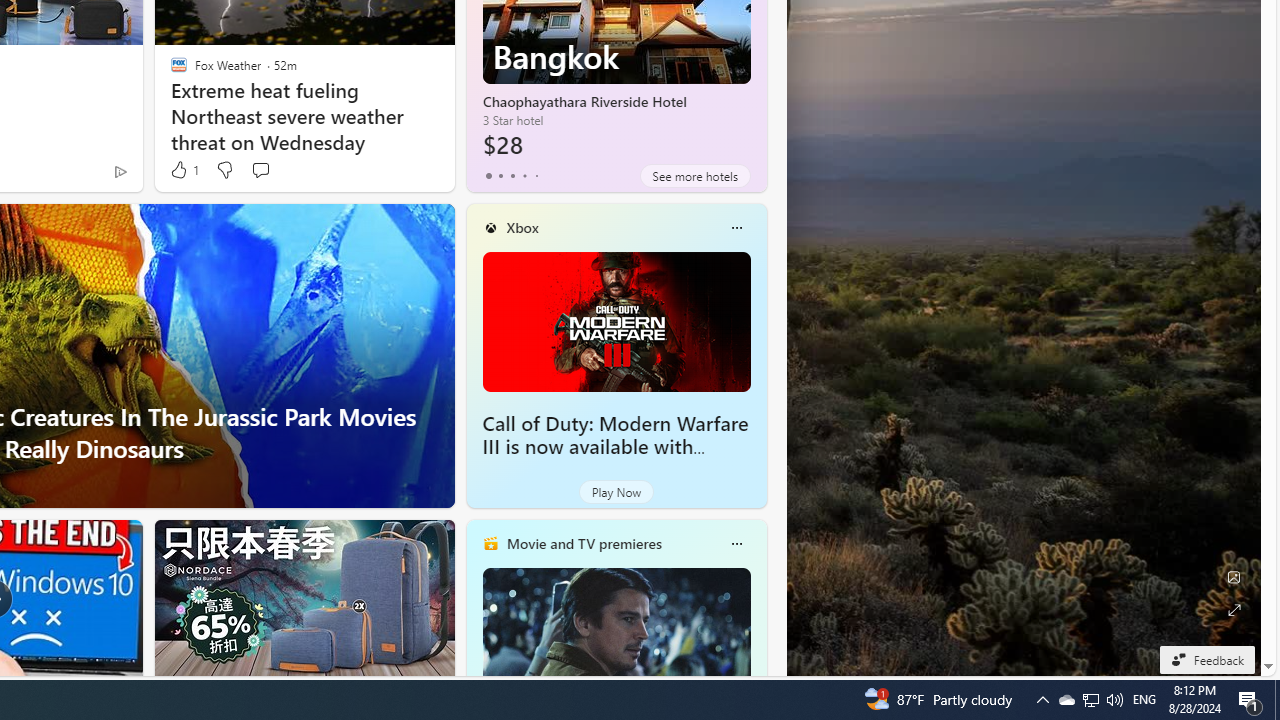 The width and height of the screenshot is (1280, 720). Describe the element at coordinates (536, 175) in the screenshot. I see `'tab-4'` at that location.